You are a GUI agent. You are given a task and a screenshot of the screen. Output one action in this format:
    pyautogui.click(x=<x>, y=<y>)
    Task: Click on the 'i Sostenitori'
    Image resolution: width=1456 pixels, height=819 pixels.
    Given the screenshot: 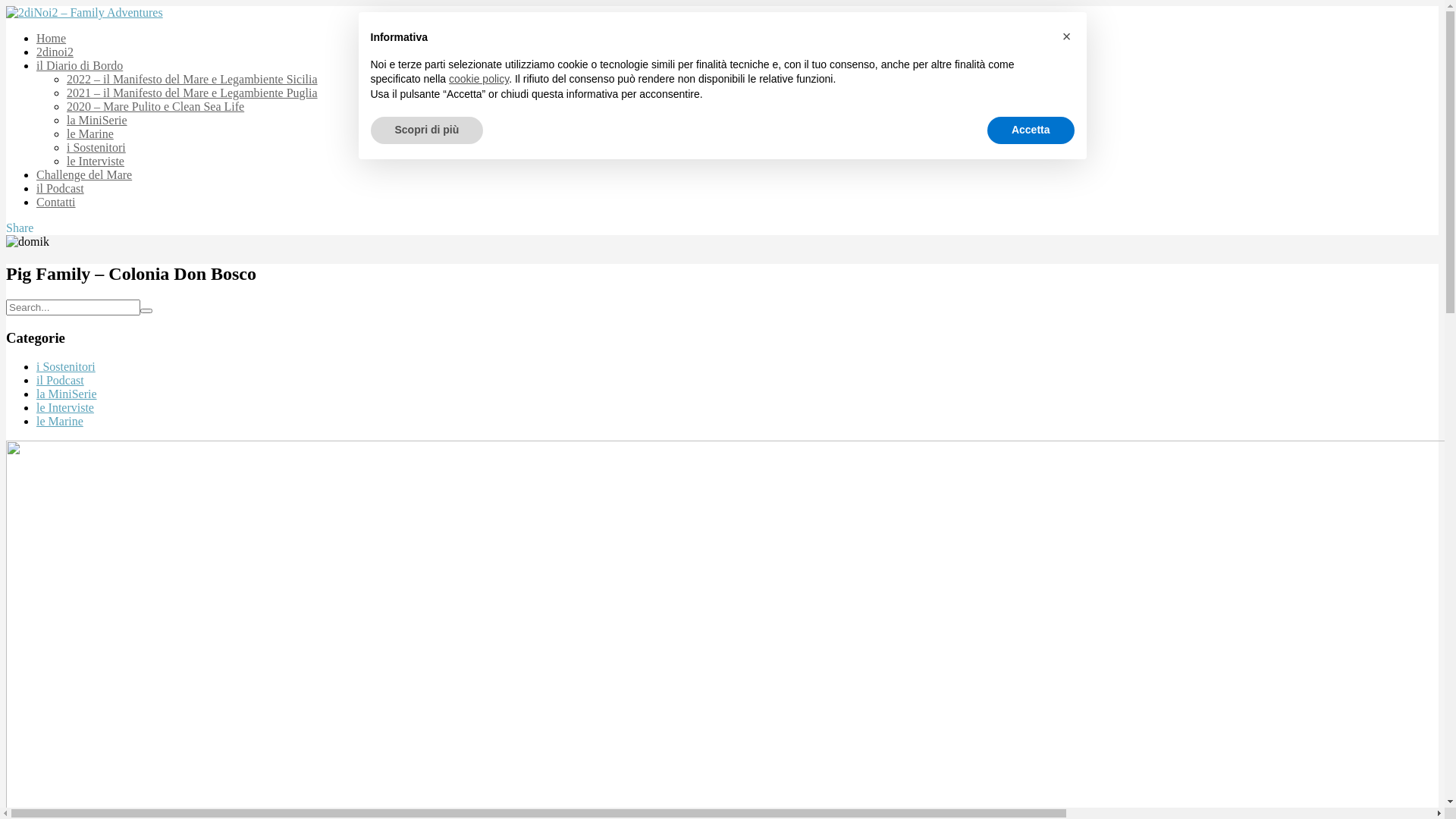 What is the action you would take?
    pyautogui.click(x=64, y=366)
    